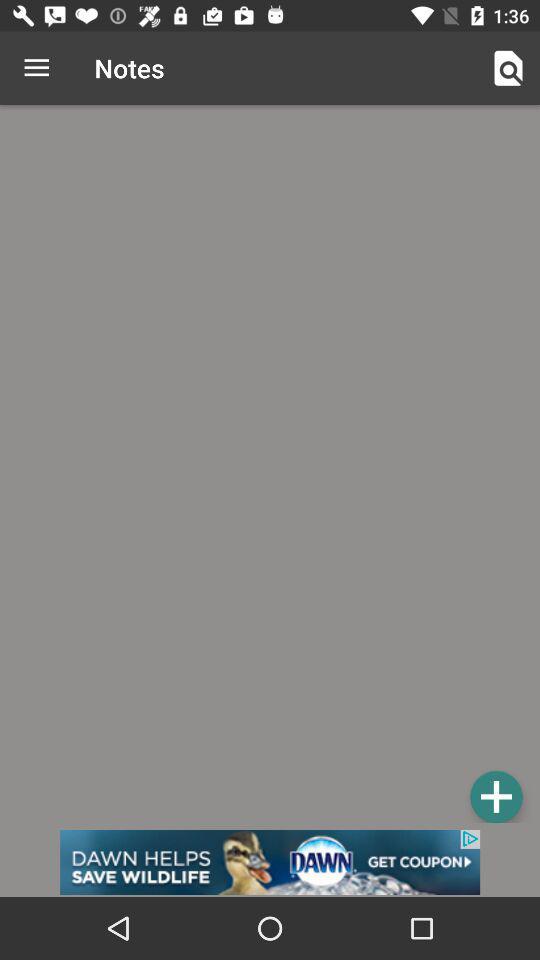 The width and height of the screenshot is (540, 960). I want to click on advertisement, so click(270, 861).